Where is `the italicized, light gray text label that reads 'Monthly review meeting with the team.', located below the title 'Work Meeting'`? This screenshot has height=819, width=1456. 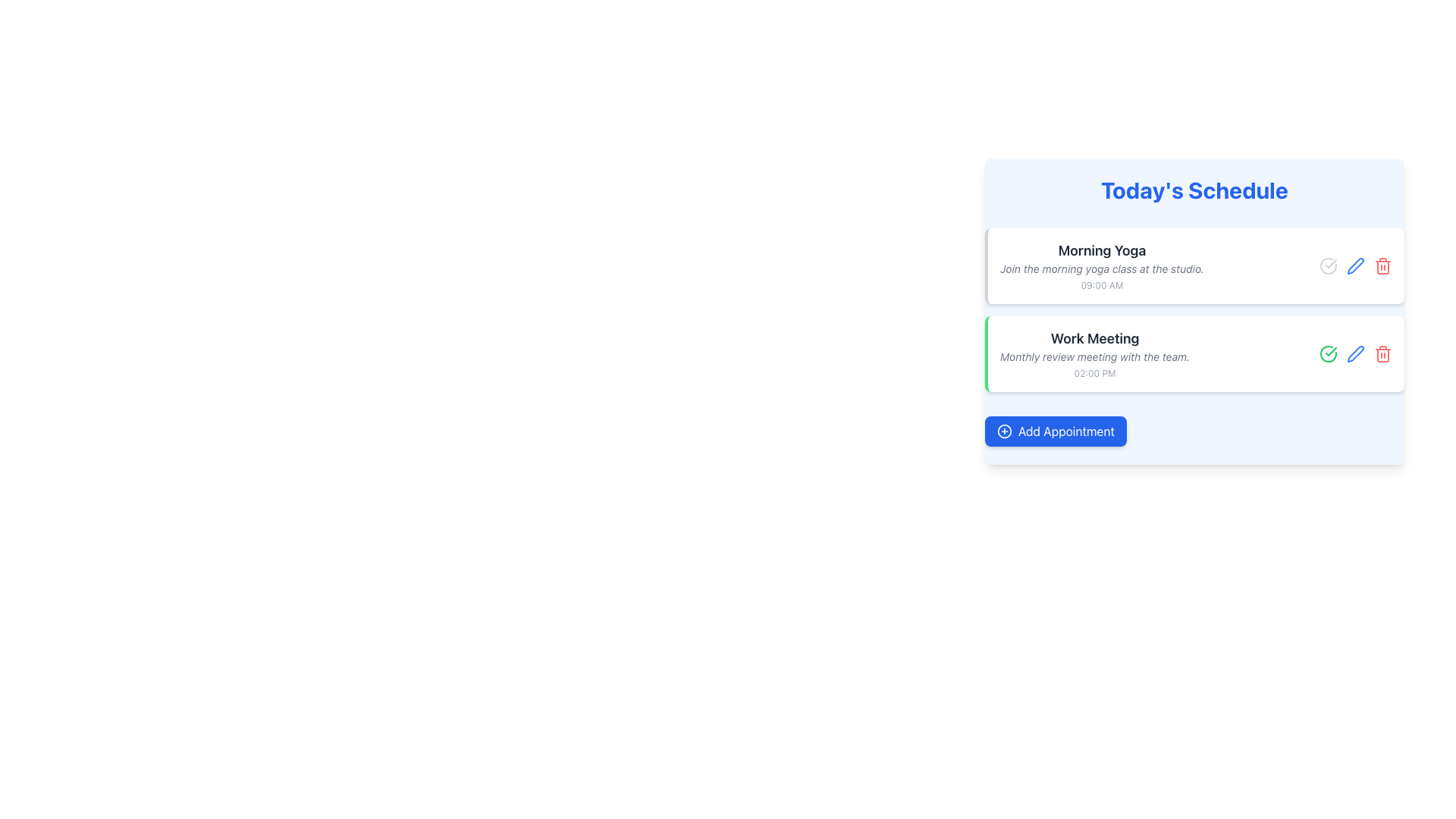
the italicized, light gray text label that reads 'Monthly review meeting with the team.', located below the title 'Work Meeting' is located at coordinates (1095, 356).